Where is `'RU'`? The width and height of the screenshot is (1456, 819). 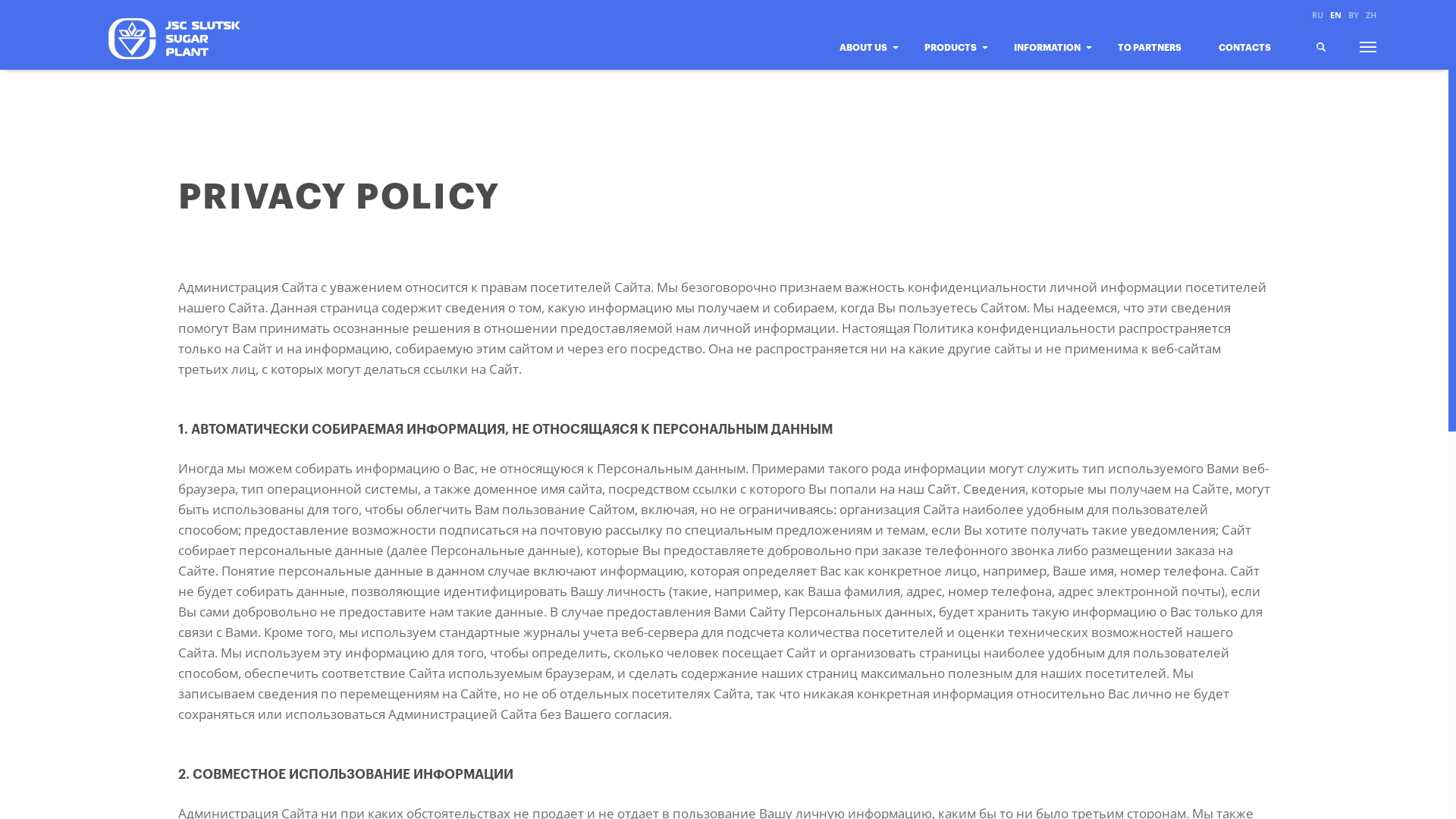
'RU' is located at coordinates (1310, 14).